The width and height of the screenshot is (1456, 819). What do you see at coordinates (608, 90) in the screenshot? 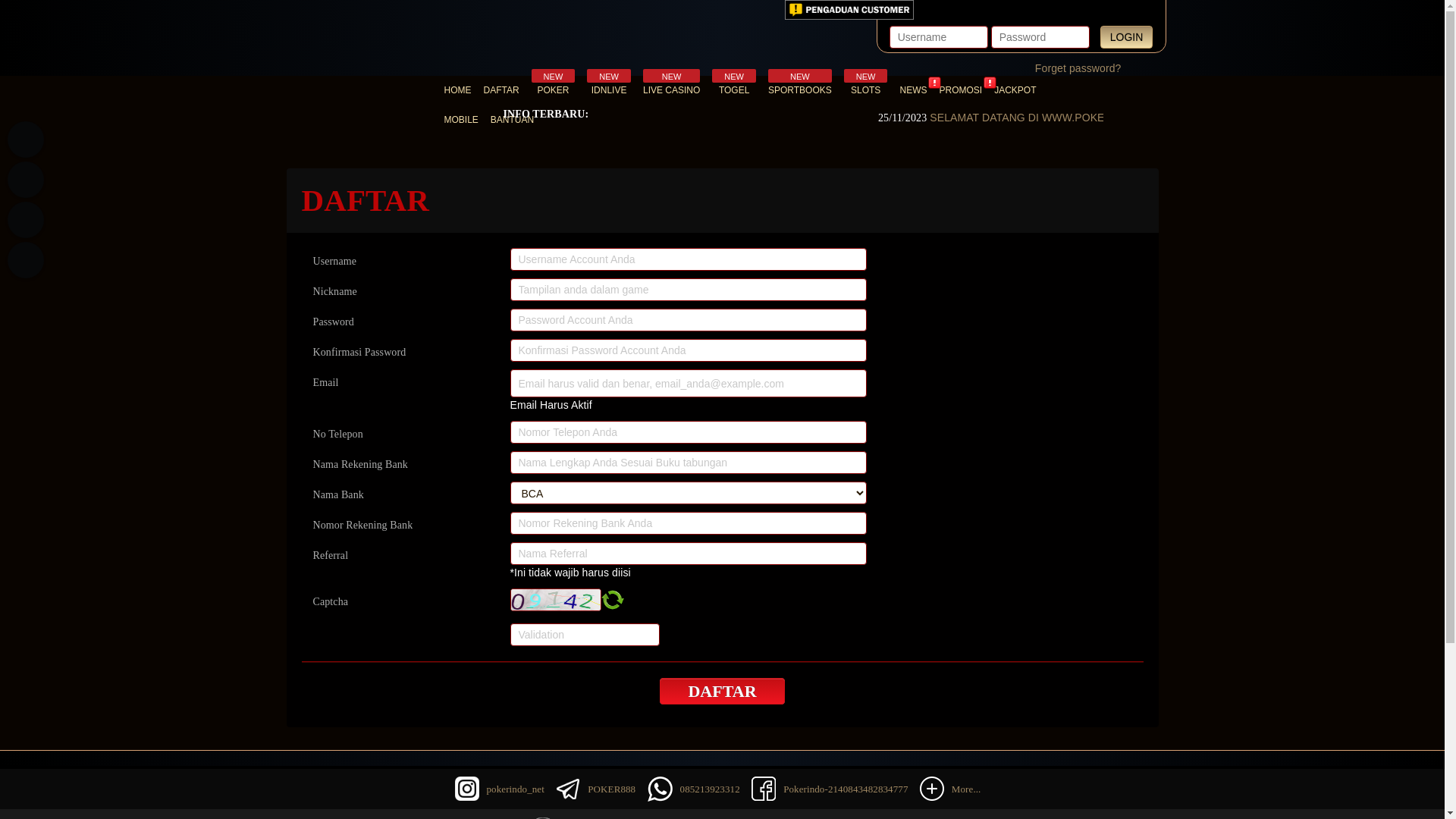
I see `'NEW` at bounding box center [608, 90].